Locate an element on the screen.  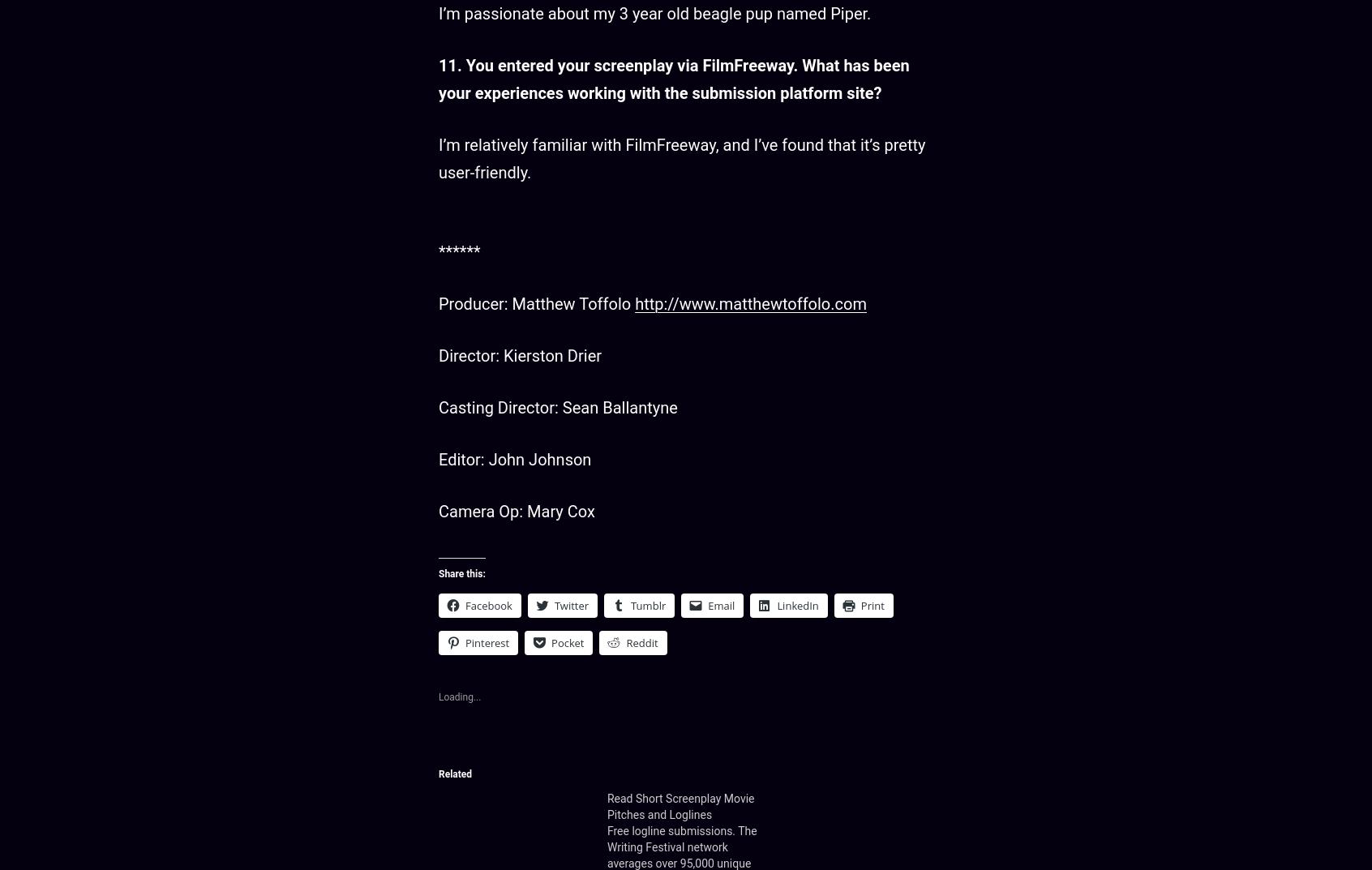
'Producer: Matthew Toffolo' is located at coordinates (537, 303).